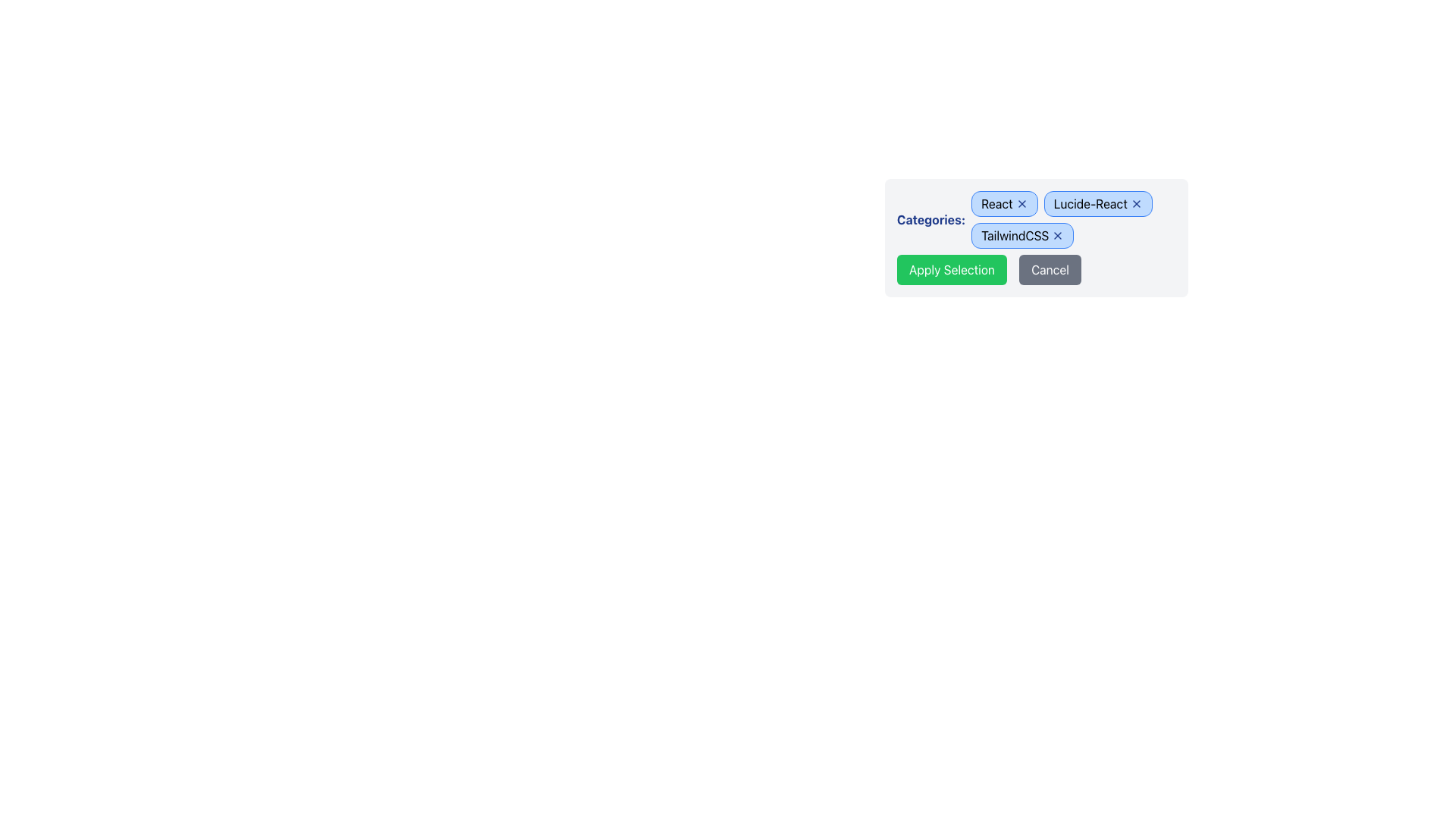  I want to click on the first selectable tag labeled 'React' with a close button, which has a blue background and is pill-shaped, so click(1004, 203).